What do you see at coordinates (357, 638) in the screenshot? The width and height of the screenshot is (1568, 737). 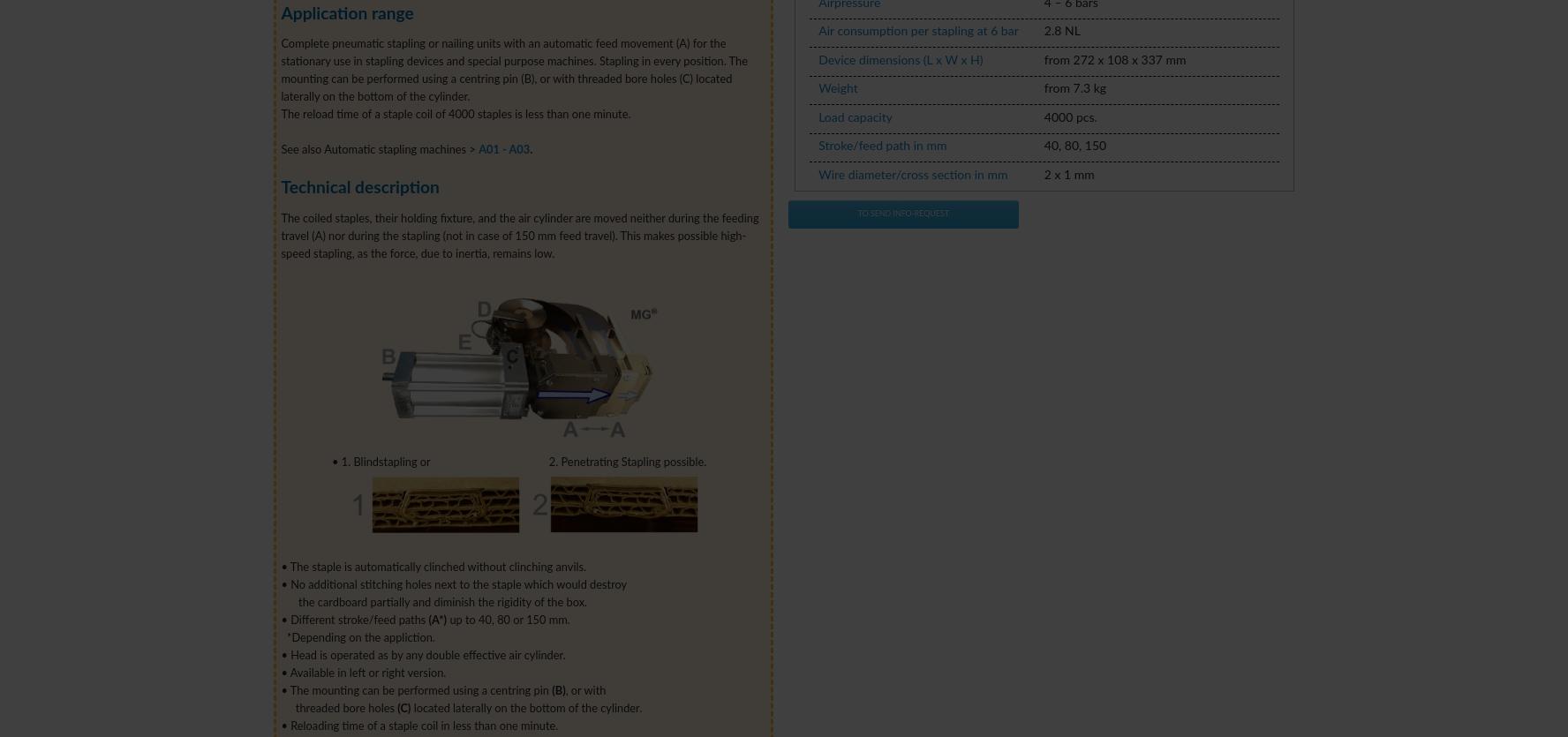 I see `'*Depending on the appliction.'` at bounding box center [357, 638].